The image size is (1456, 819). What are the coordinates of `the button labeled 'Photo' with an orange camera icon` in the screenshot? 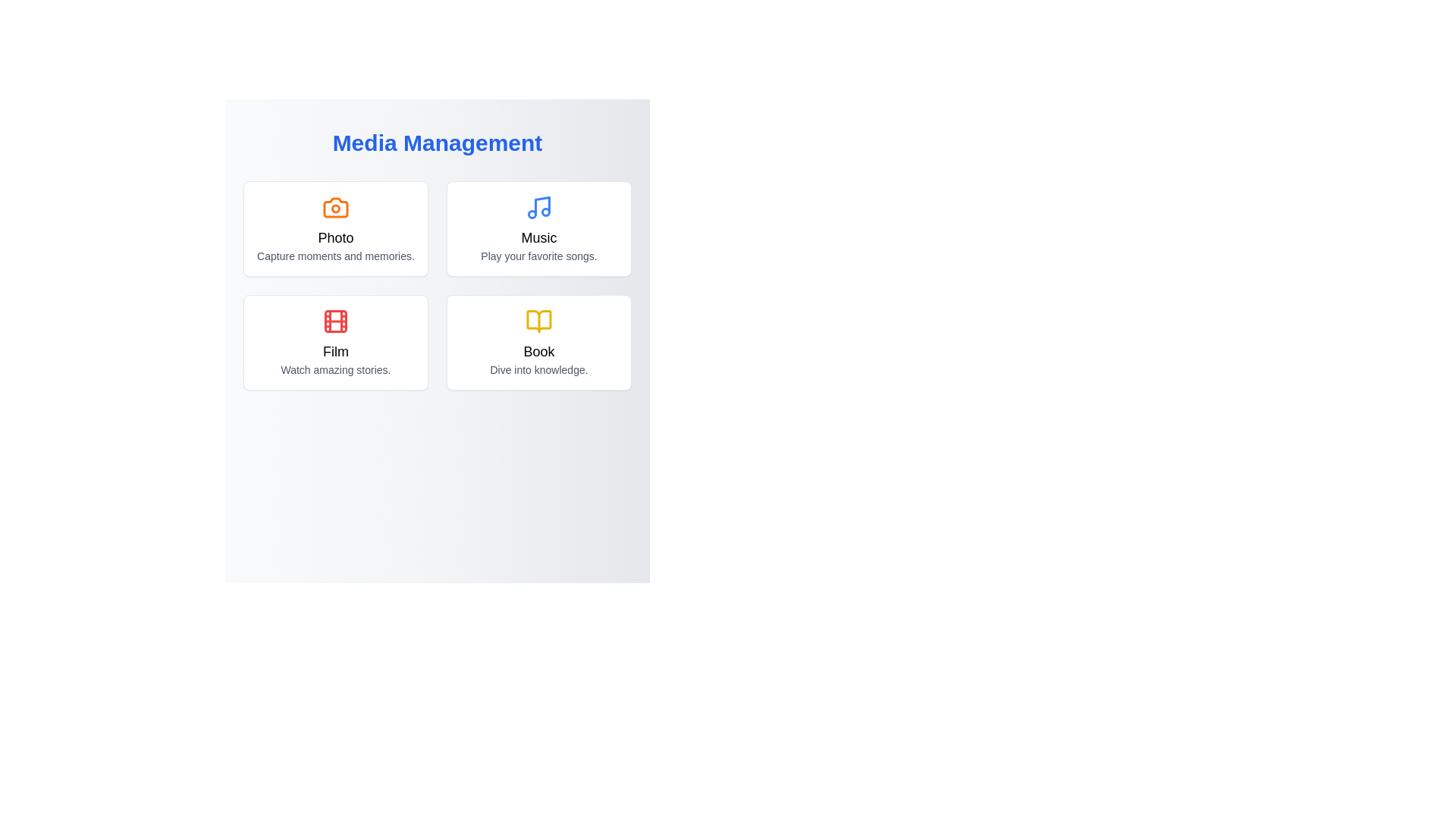 It's located at (334, 228).